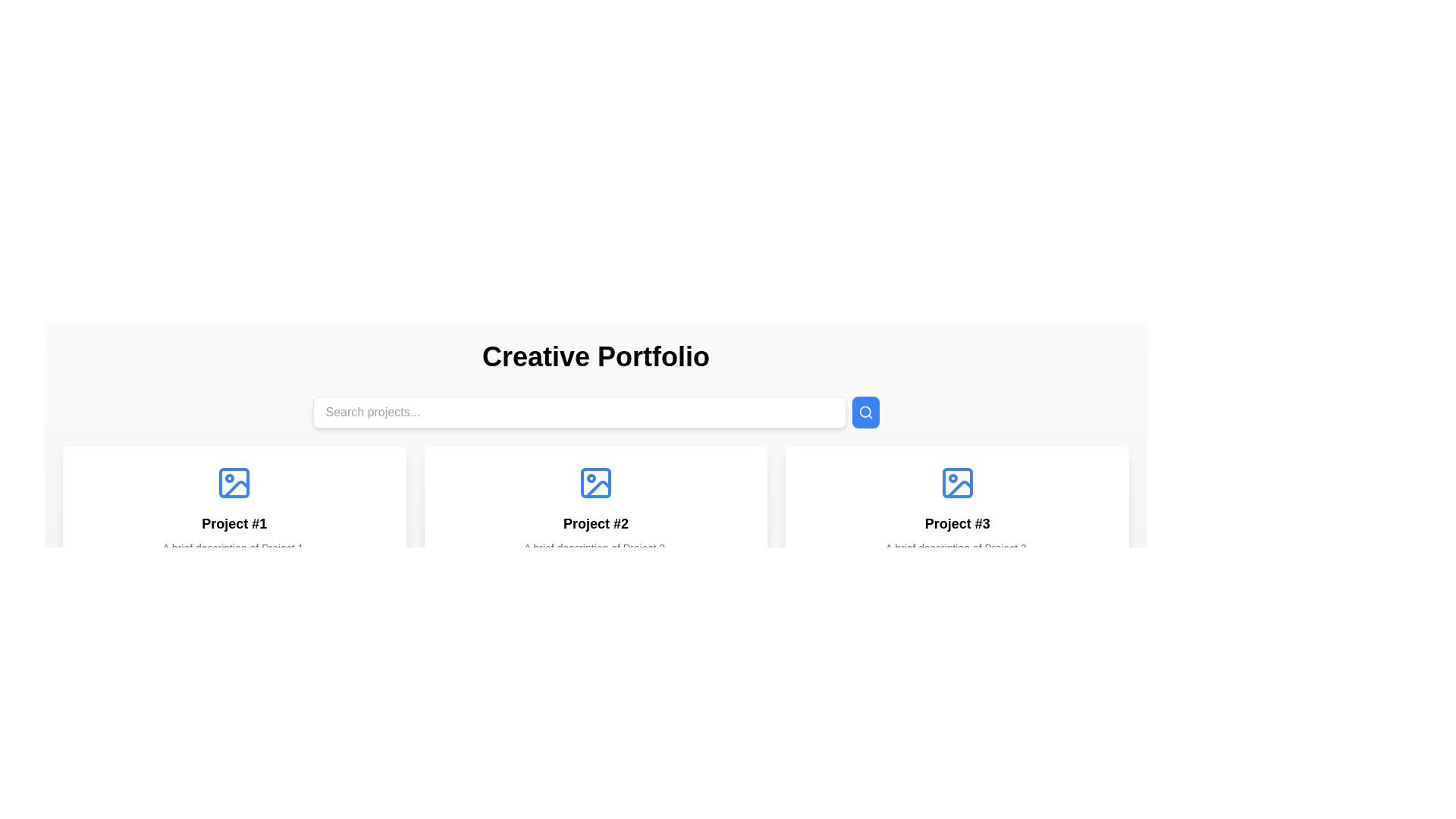  Describe the element at coordinates (595, 529) in the screenshot. I see `the middle card in the top row of the portfolio` at that location.